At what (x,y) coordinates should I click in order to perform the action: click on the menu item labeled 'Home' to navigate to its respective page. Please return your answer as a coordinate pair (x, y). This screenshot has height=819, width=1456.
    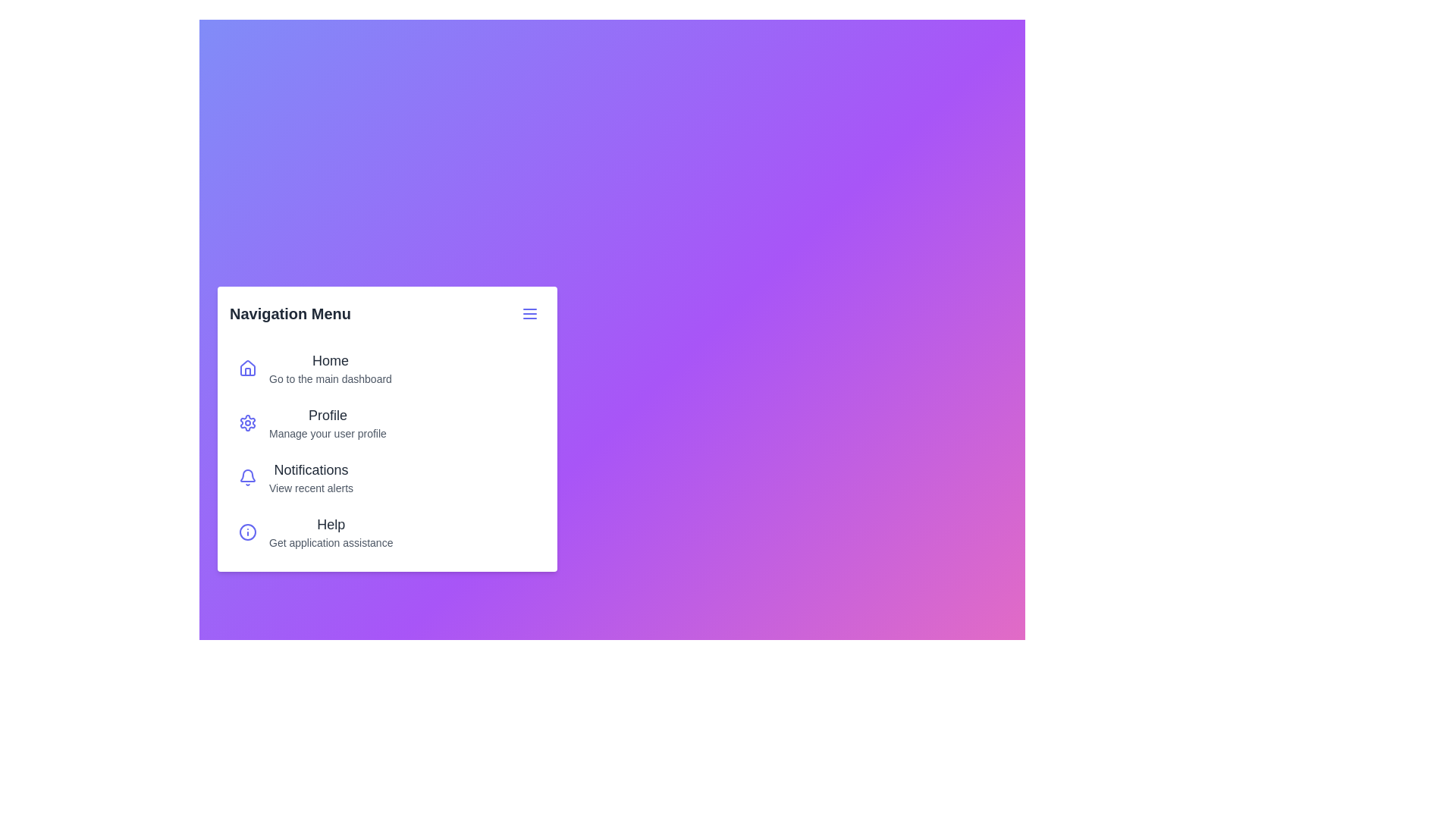
    Looking at the image, I should click on (387, 369).